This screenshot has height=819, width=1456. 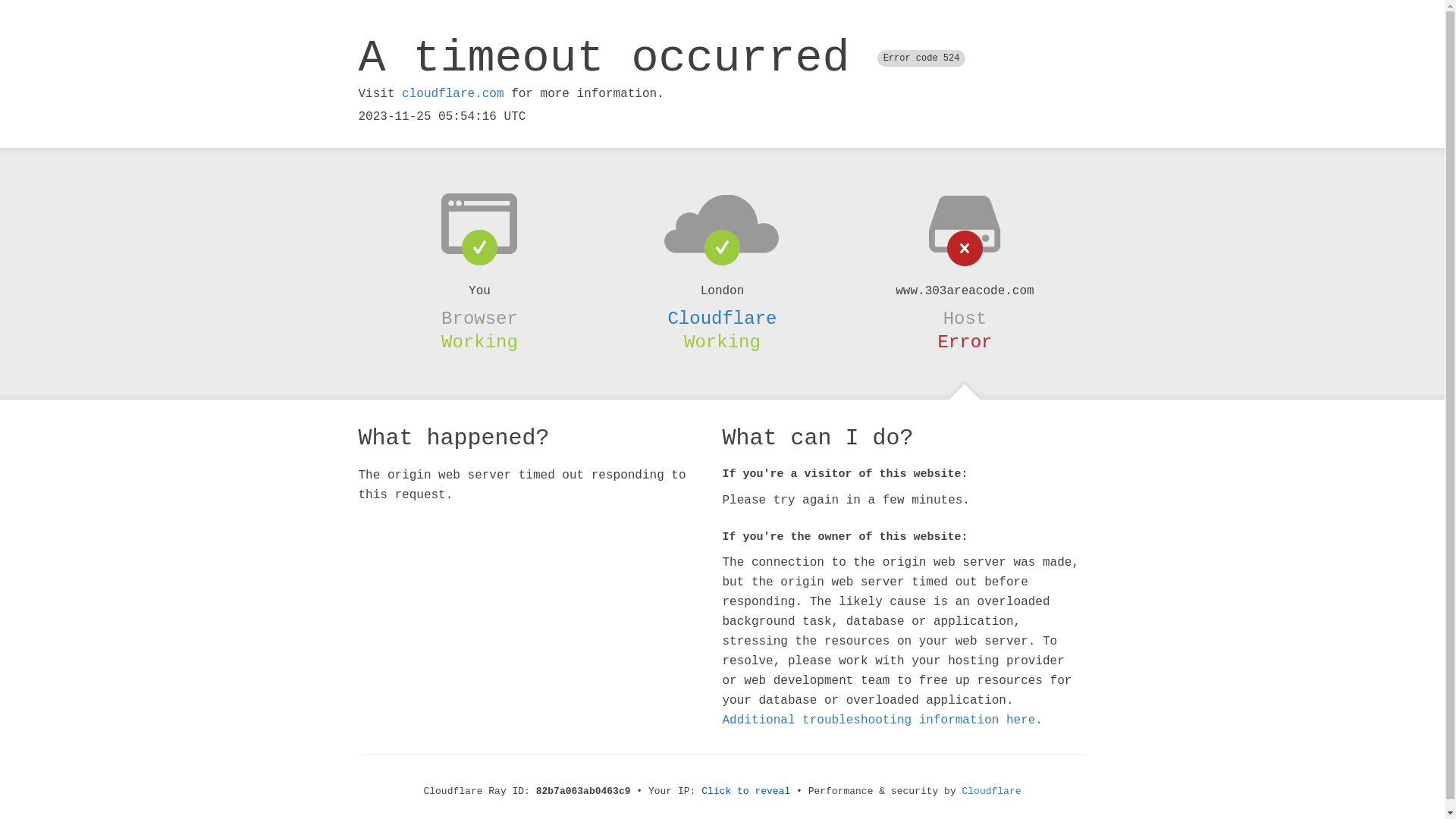 What do you see at coordinates (745, 790) in the screenshot?
I see `'Click to reveal'` at bounding box center [745, 790].